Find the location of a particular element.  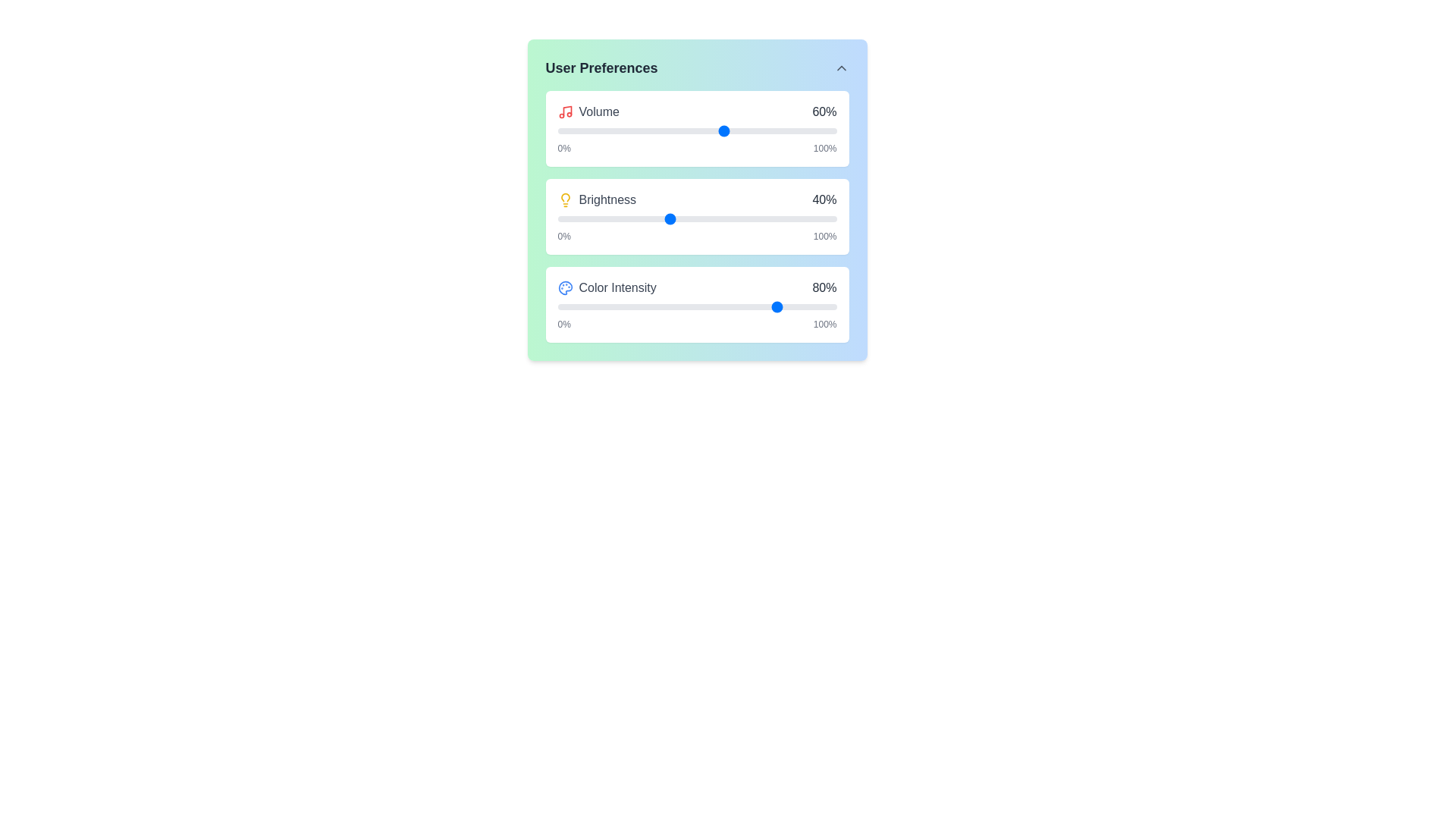

the volume is located at coordinates (696, 130).